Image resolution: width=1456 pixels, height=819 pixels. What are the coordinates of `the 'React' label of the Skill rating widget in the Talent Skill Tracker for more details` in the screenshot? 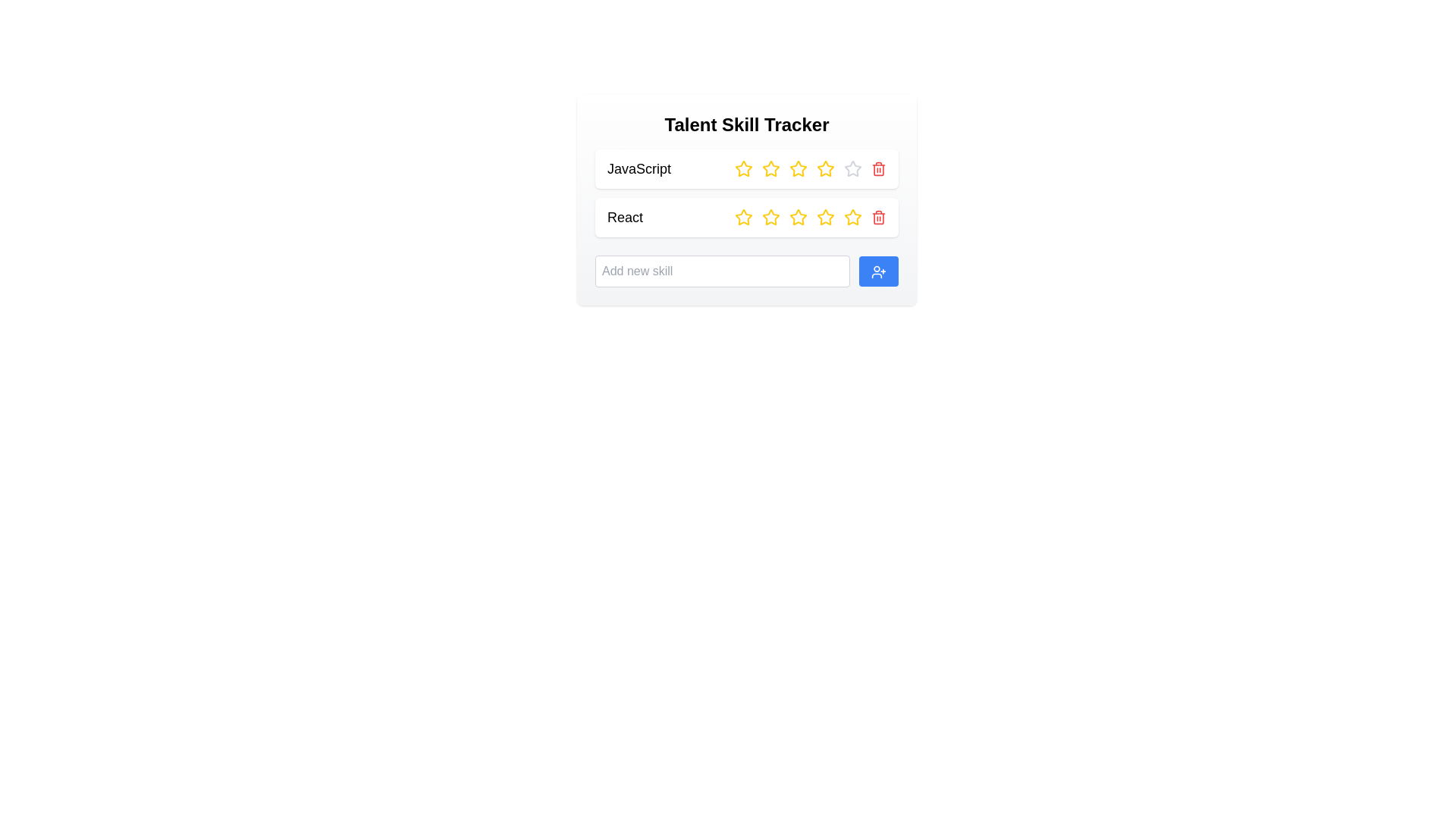 It's located at (746, 199).